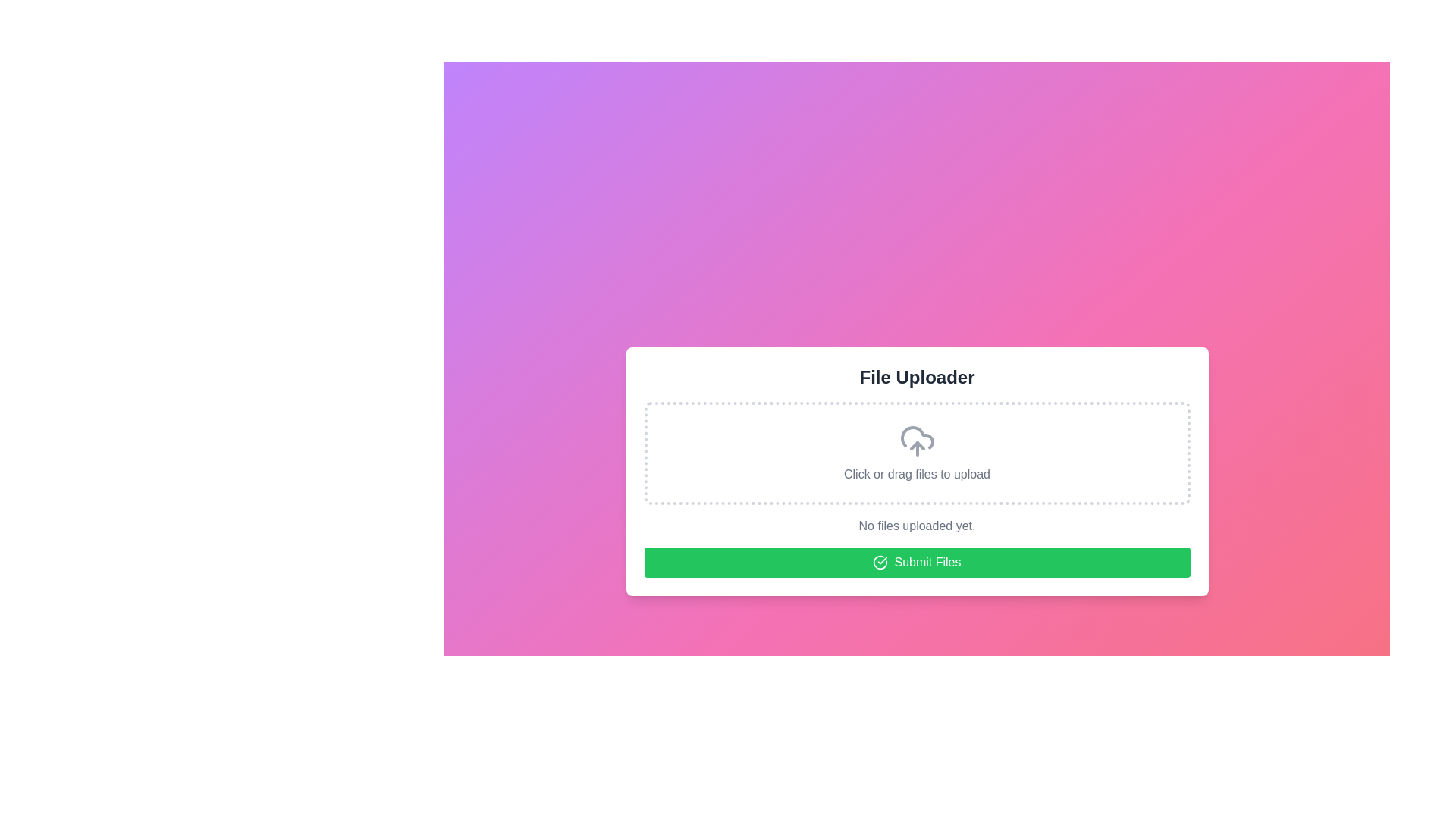 This screenshot has height=819, width=1456. What do you see at coordinates (916, 526) in the screenshot?
I see `the text label that reads 'No files uploaded yet.' styled in gray, which is located above the green 'Submit Files' button in the file uploader component` at bounding box center [916, 526].